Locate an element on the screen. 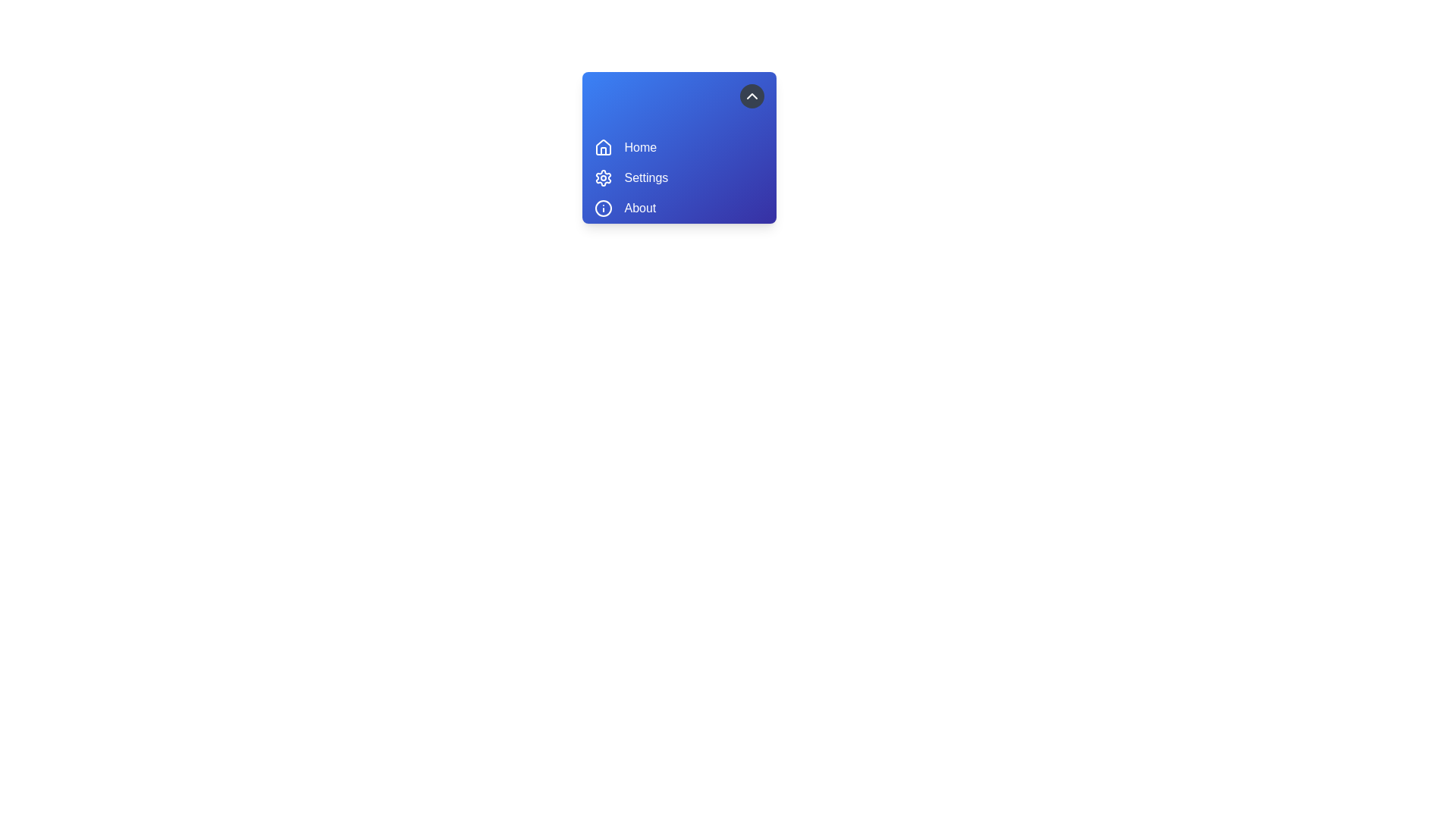  the 'Home' icon to trigger a tooltip or highlight effect is located at coordinates (602, 148).